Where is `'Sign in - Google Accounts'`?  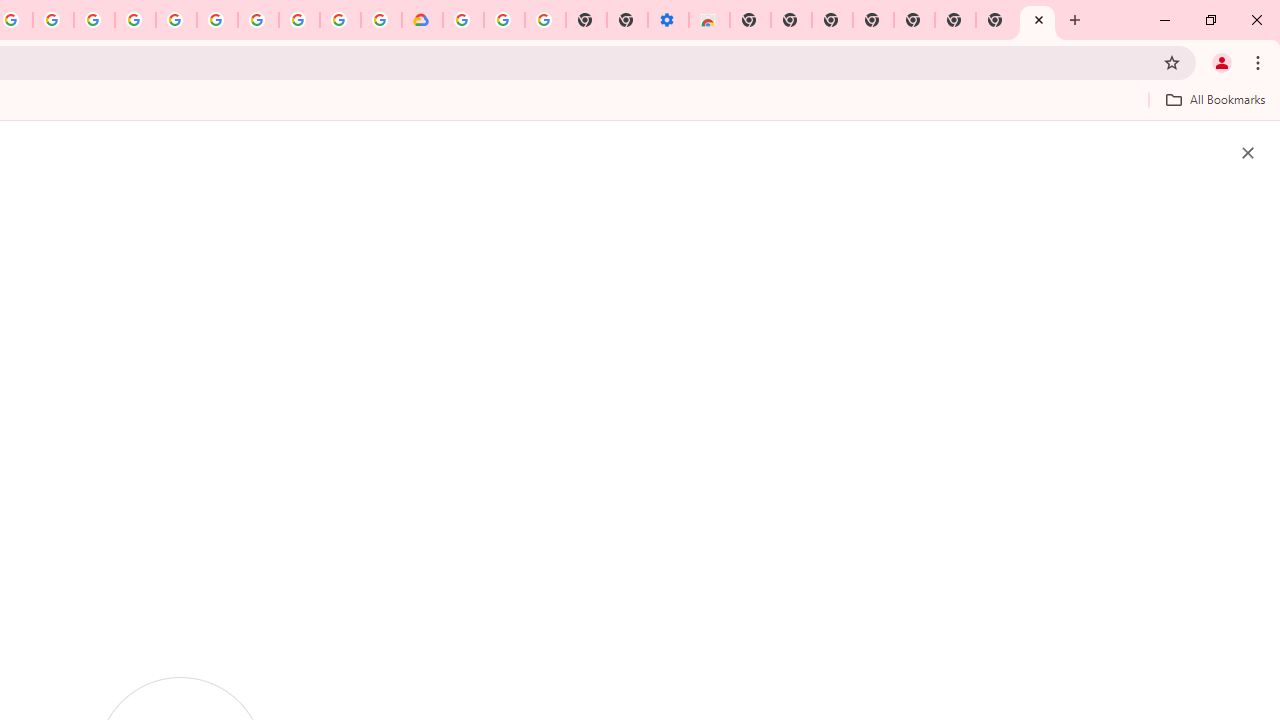 'Sign in - Google Accounts' is located at coordinates (462, 20).